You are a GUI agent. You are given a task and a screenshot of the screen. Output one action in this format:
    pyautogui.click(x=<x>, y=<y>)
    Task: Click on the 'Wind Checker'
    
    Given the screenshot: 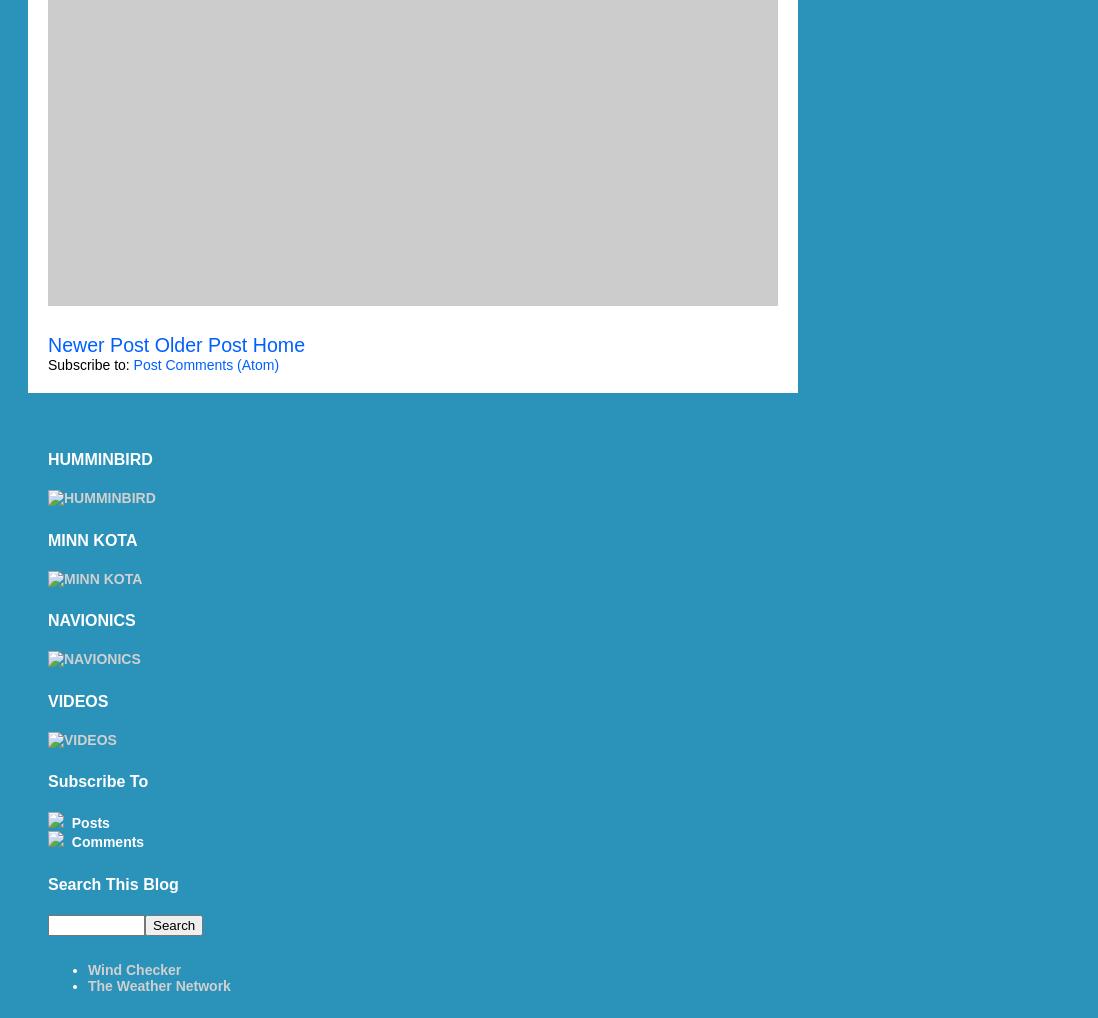 What is the action you would take?
    pyautogui.click(x=134, y=969)
    